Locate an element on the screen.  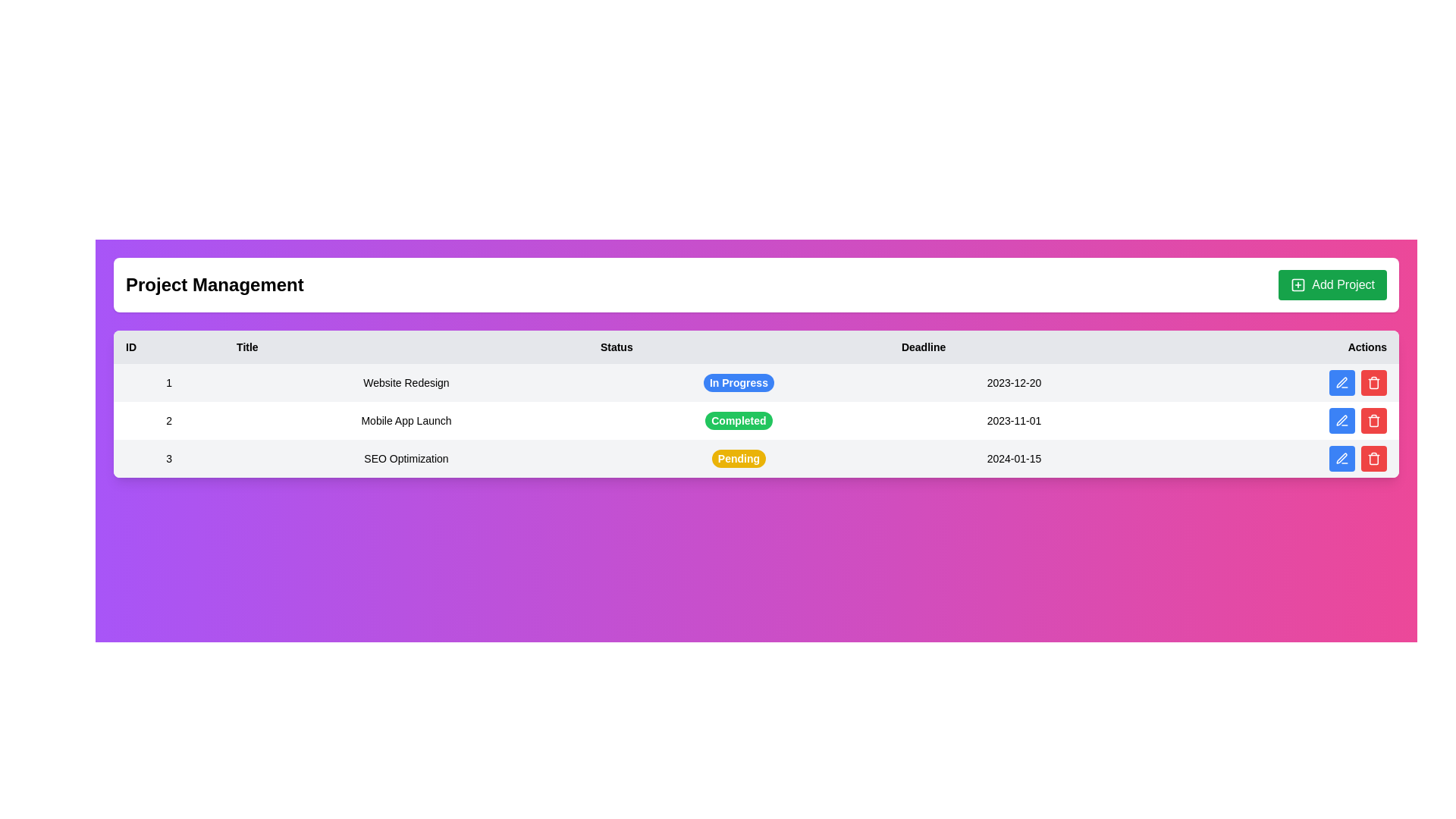
the 'In Progress' status indicator in the 'Status' column of the table labeled 'Website Redesign' with ID '1' is located at coordinates (739, 382).